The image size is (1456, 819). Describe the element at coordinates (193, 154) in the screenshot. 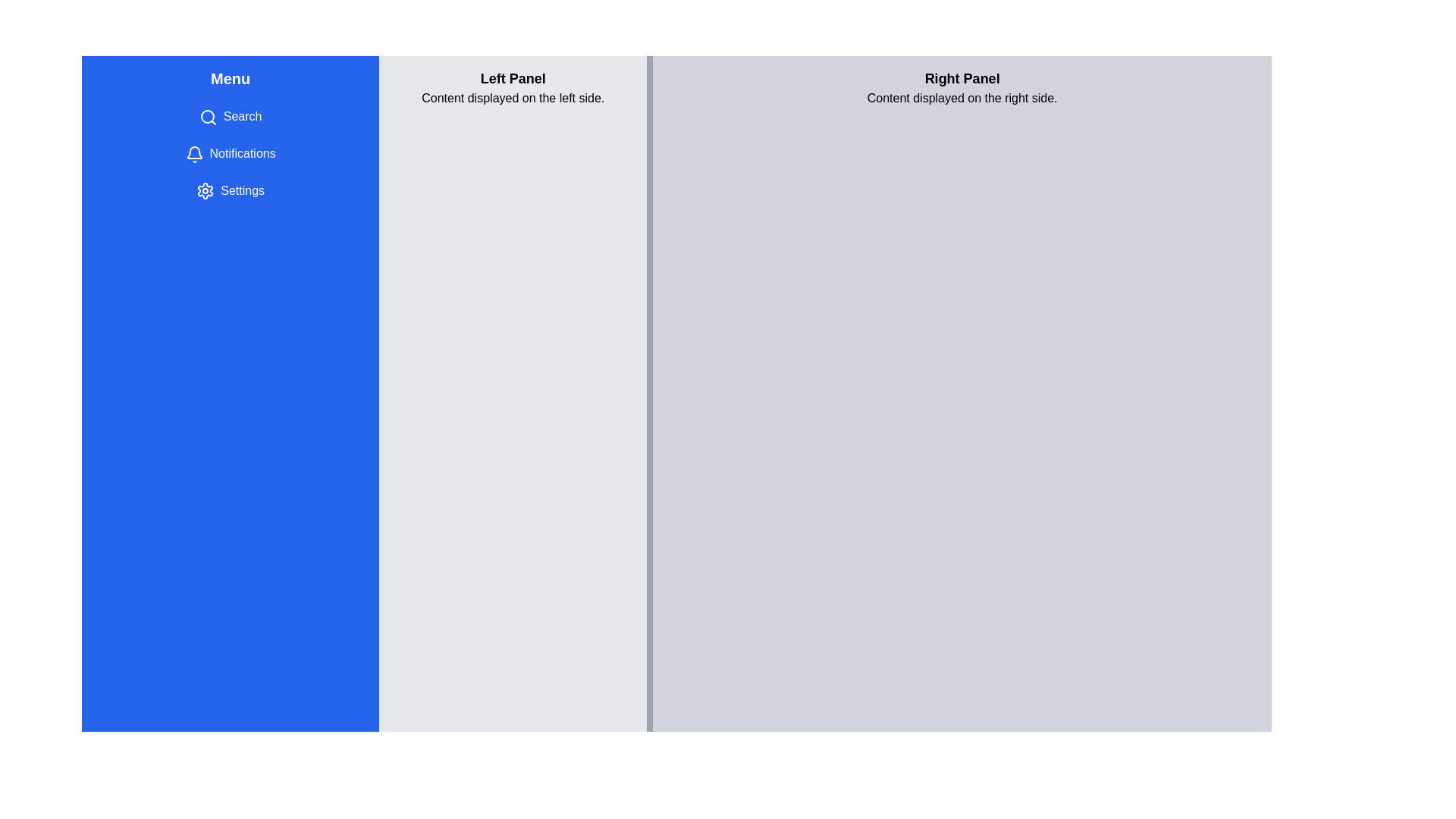

I see `the bell icon in the left sidebar menu to interact with the Notifications button` at that location.